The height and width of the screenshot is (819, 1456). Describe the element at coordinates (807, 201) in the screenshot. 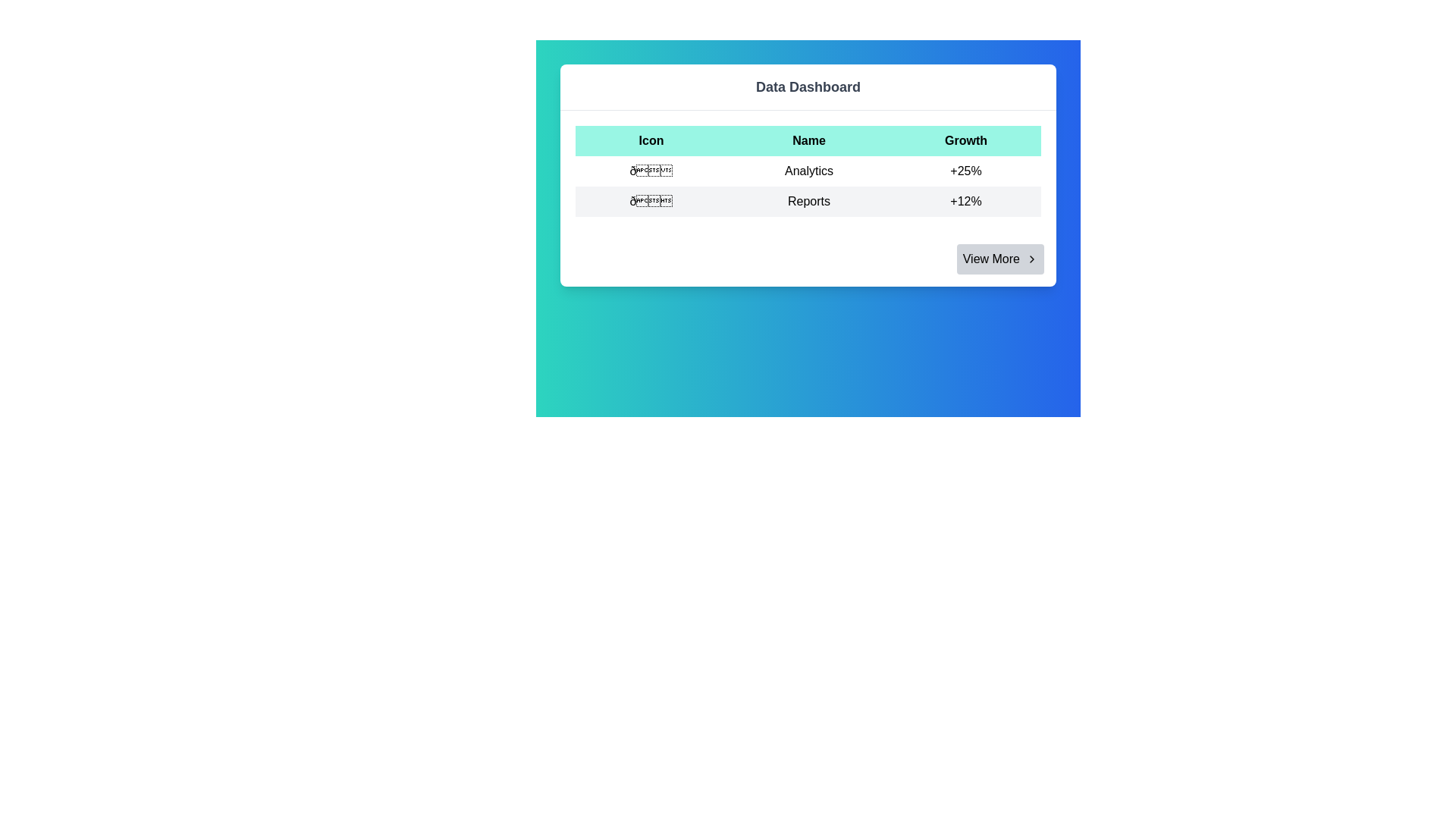

I see `the word 'Reports' in the second entry of the table row data` at that location.